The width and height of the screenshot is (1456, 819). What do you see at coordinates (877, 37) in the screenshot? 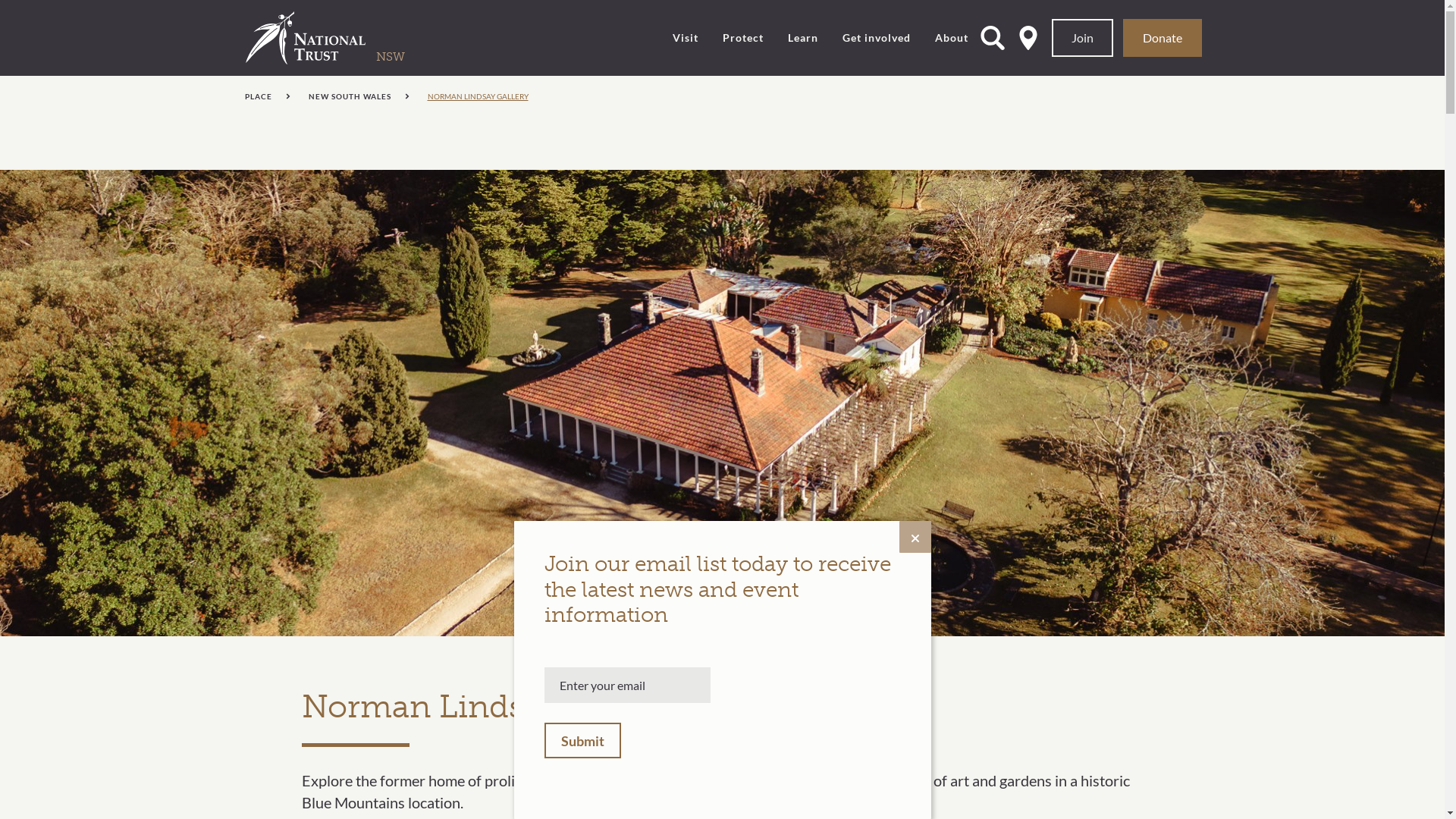
I see `'Get involved'` at bounding box center [877, 37].